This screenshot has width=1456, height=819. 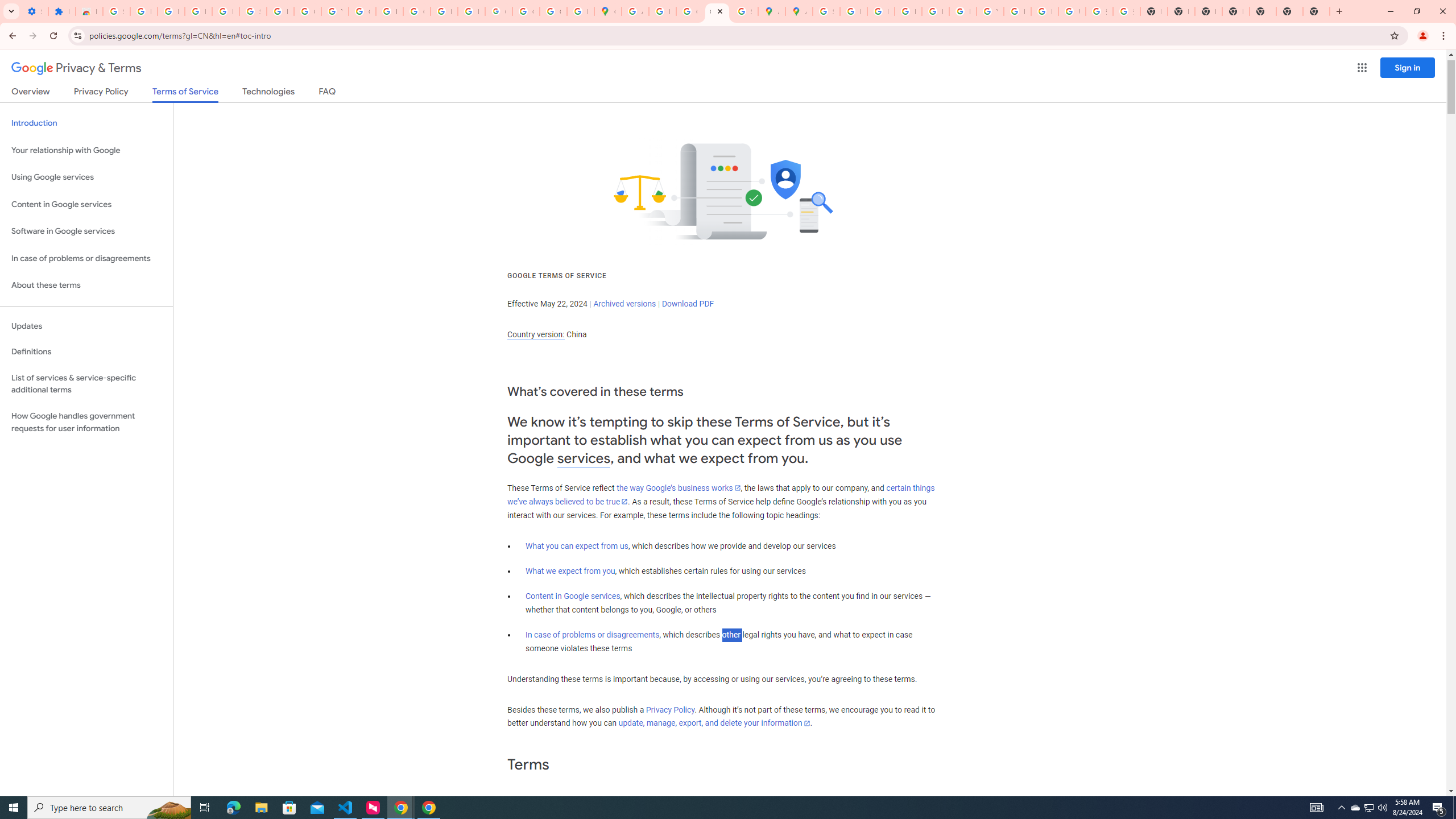 What do you see at coordinates (86, 422) in the screenshot?
I see `'How Google handles government requests for user information'` at bounding box center [86, 422].